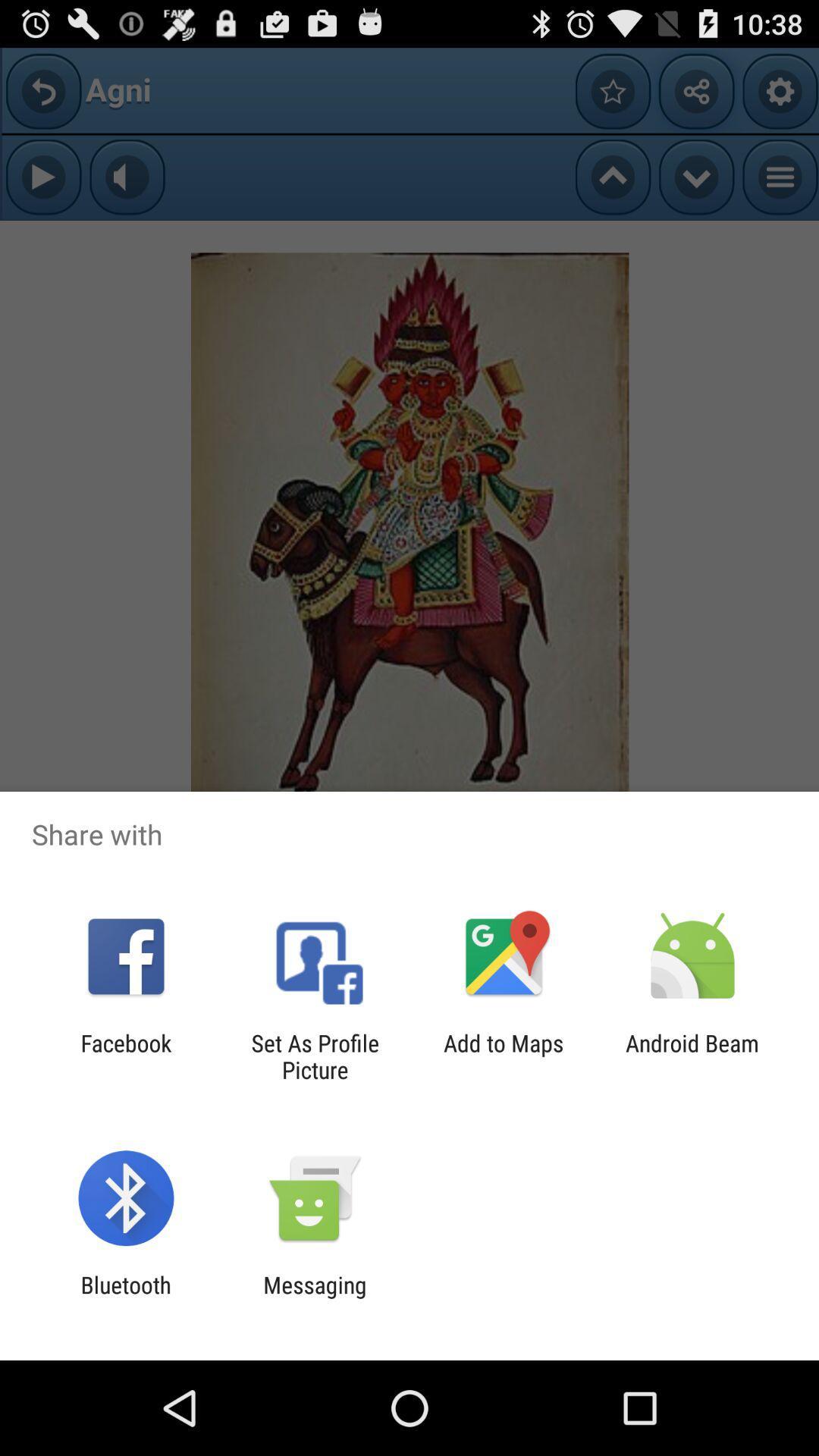 The image size is (819, 1456). Describe the element at coordinates (504, 1056) in the screenshot. I see `the item next to android beam item` at that location.